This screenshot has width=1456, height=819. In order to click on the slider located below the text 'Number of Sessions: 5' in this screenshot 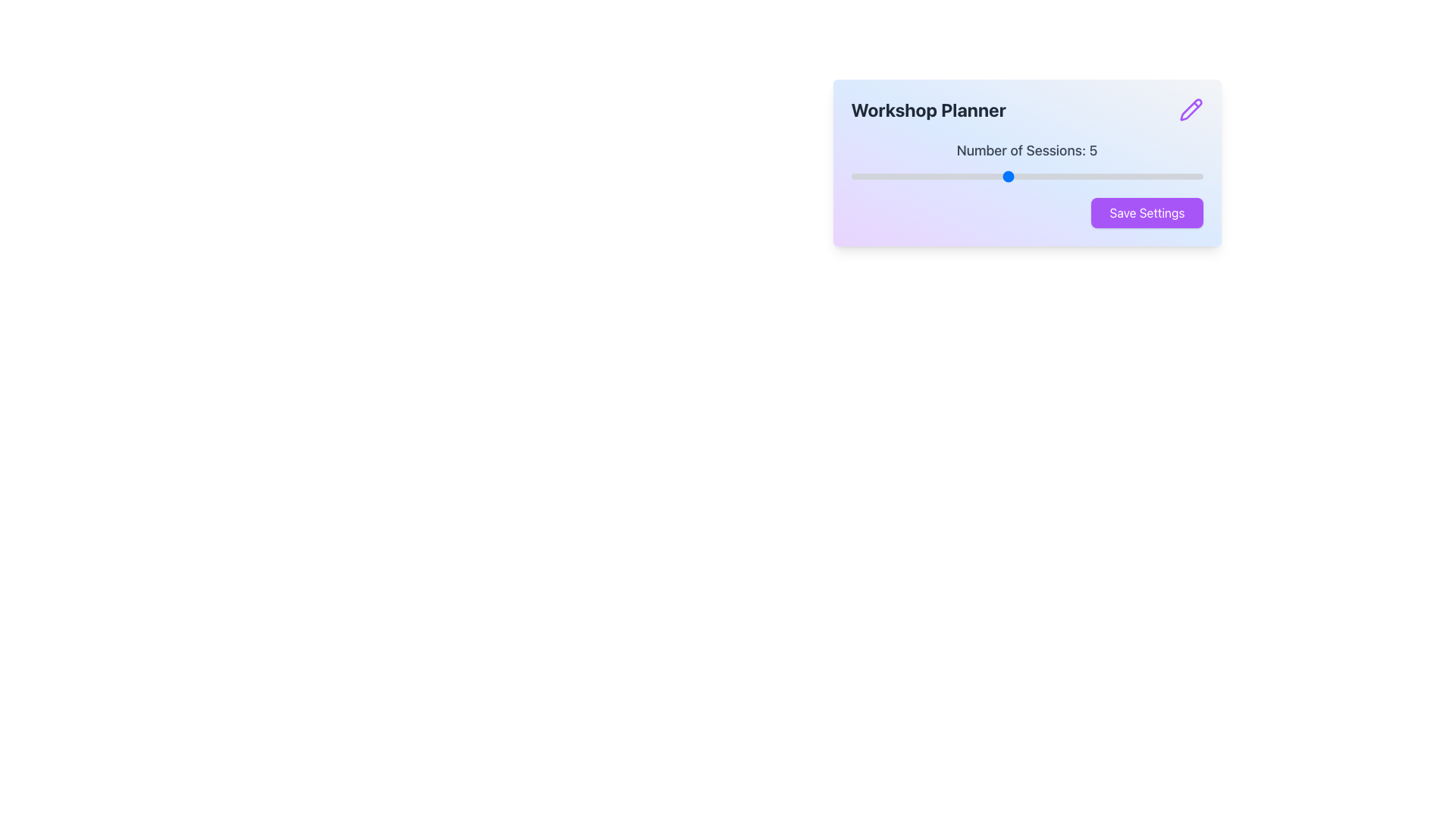, I will do `click(1027, 175)`.